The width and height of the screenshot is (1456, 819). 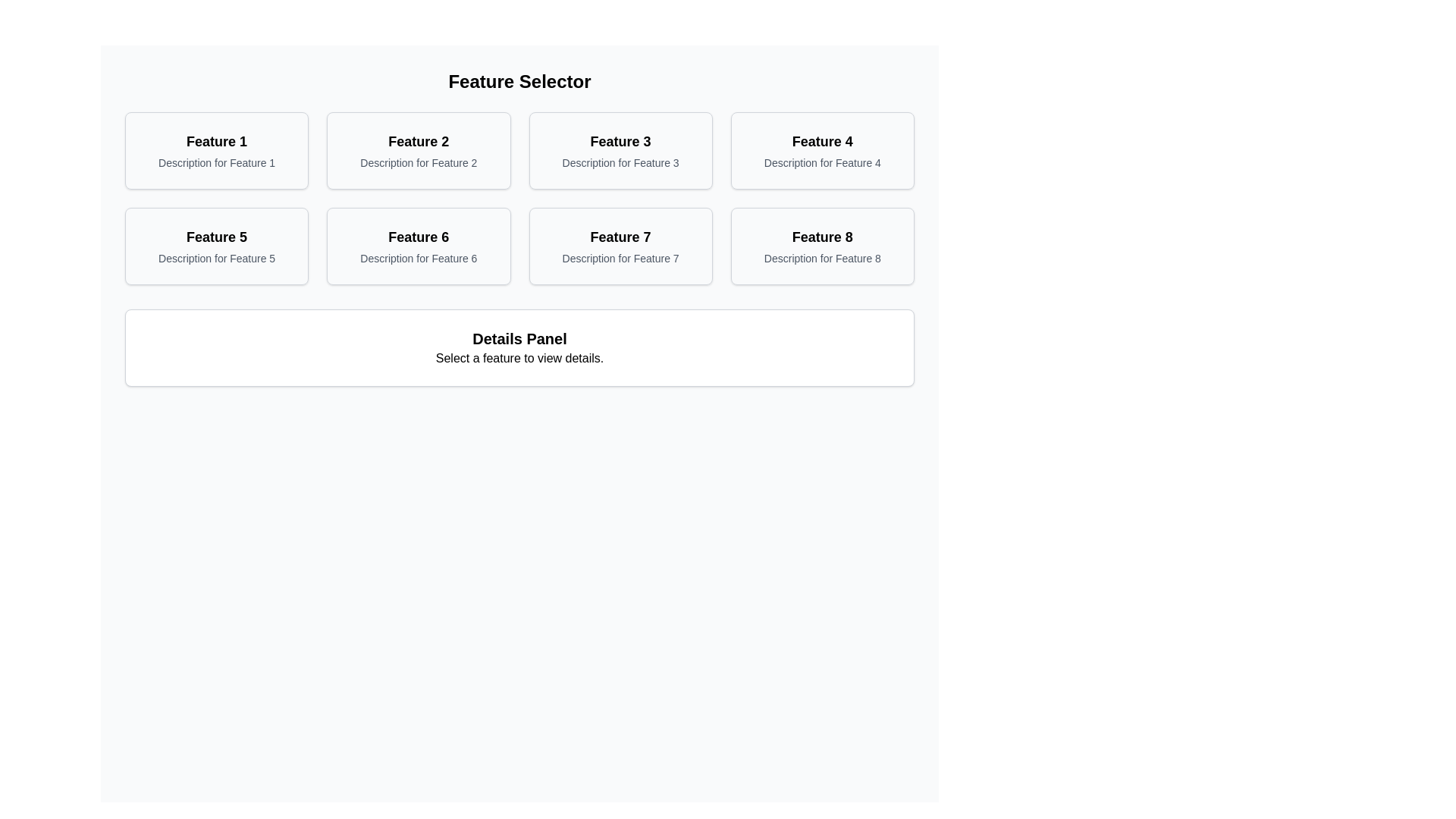 What do you see at coordinates (821, 257) in the screenshot?
I see `secondary description text 'Description for Feature 8' located below the bold header 'Feature 8' in the bottom-right corner of the feature selection interface` at bounding box center [821, 257].